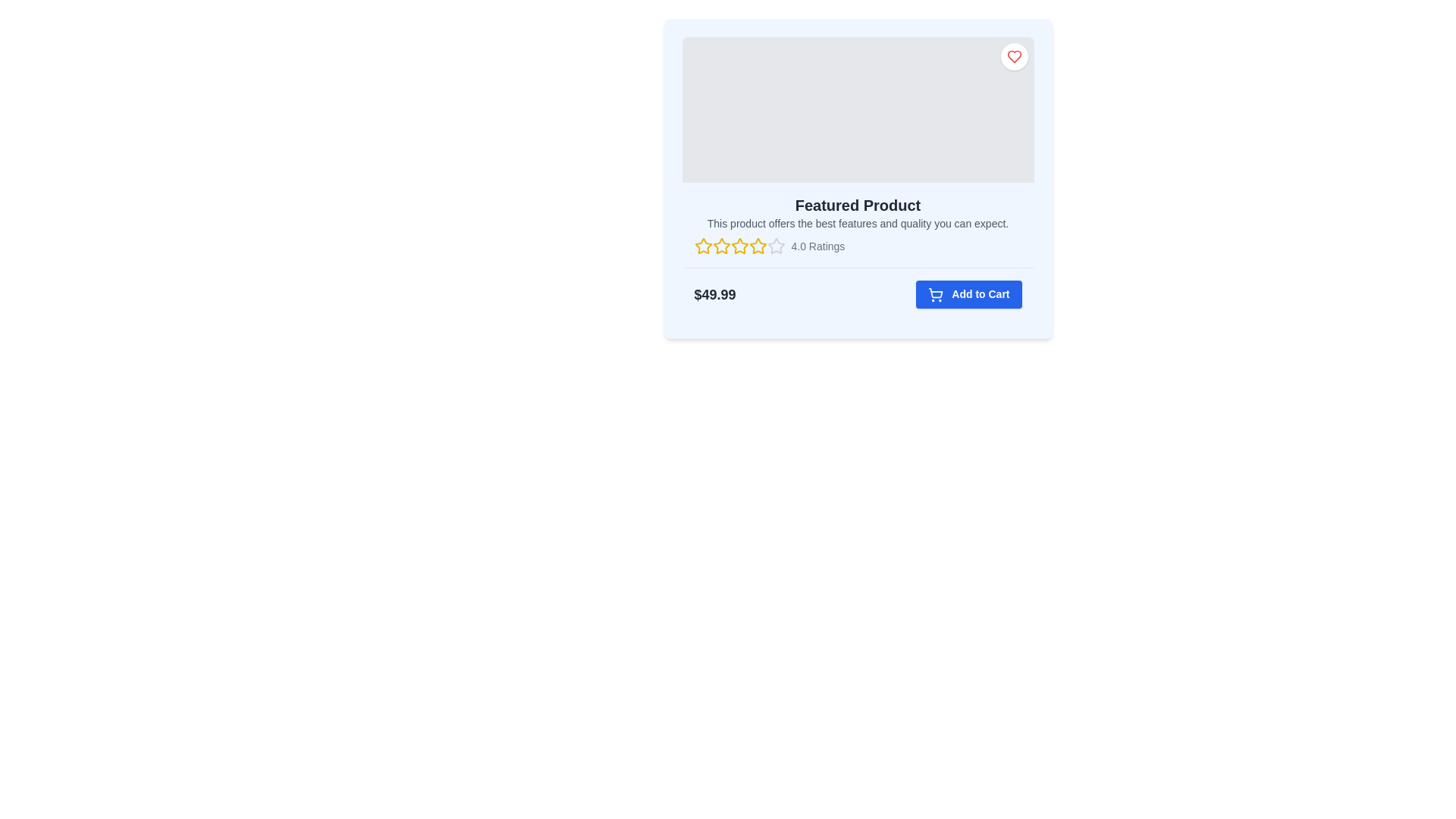 This screenshot has width=1456, height=819. I want to click on the text label that reads 'This product offers the best features and quality you can expect.' which is positioned below the 'Featured Product' title and above the star rating indicator, so click(858, 223).